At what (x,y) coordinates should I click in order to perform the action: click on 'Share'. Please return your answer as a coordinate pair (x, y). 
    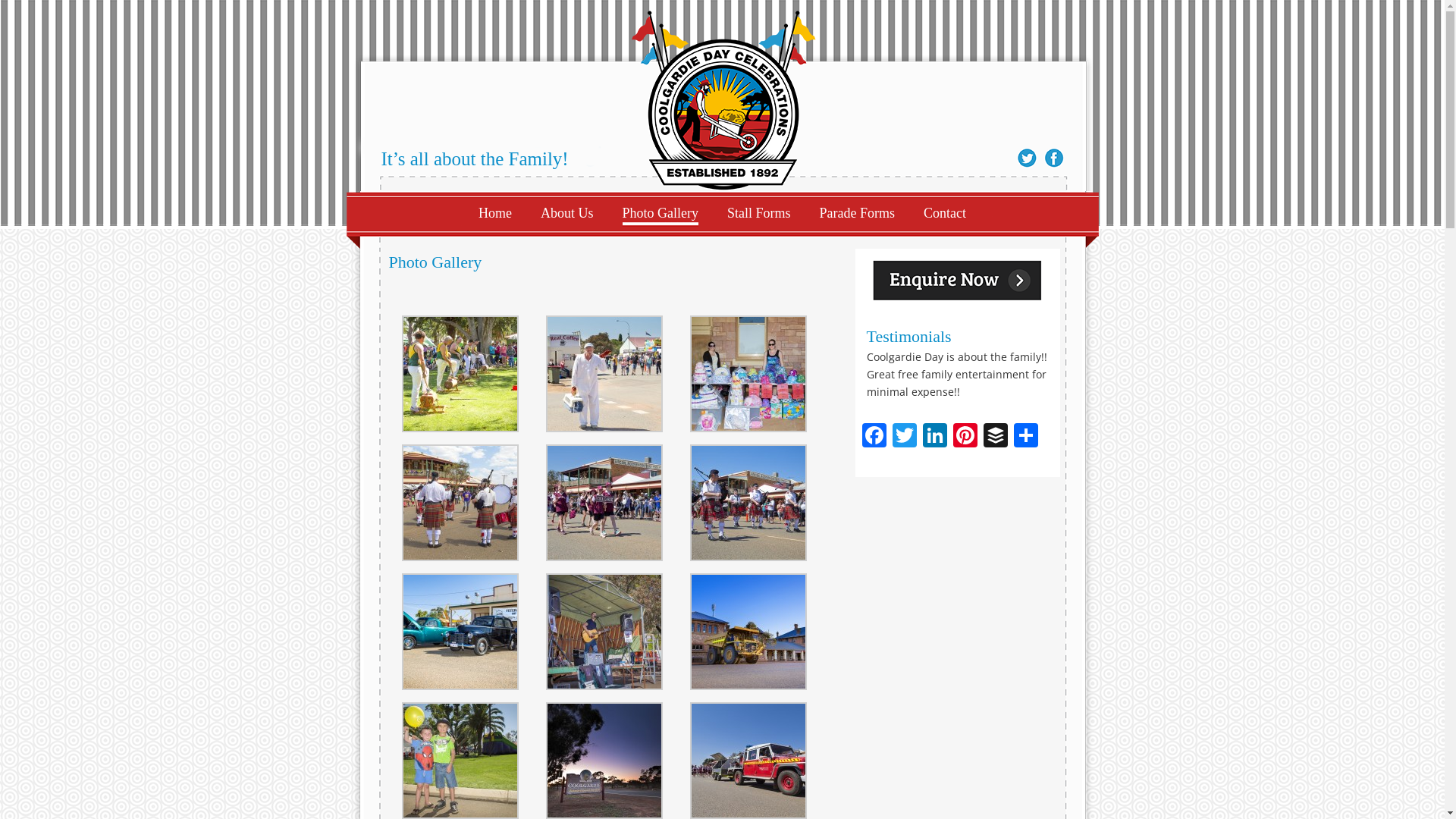
    Looking at the image, I should click on (1025, 436).